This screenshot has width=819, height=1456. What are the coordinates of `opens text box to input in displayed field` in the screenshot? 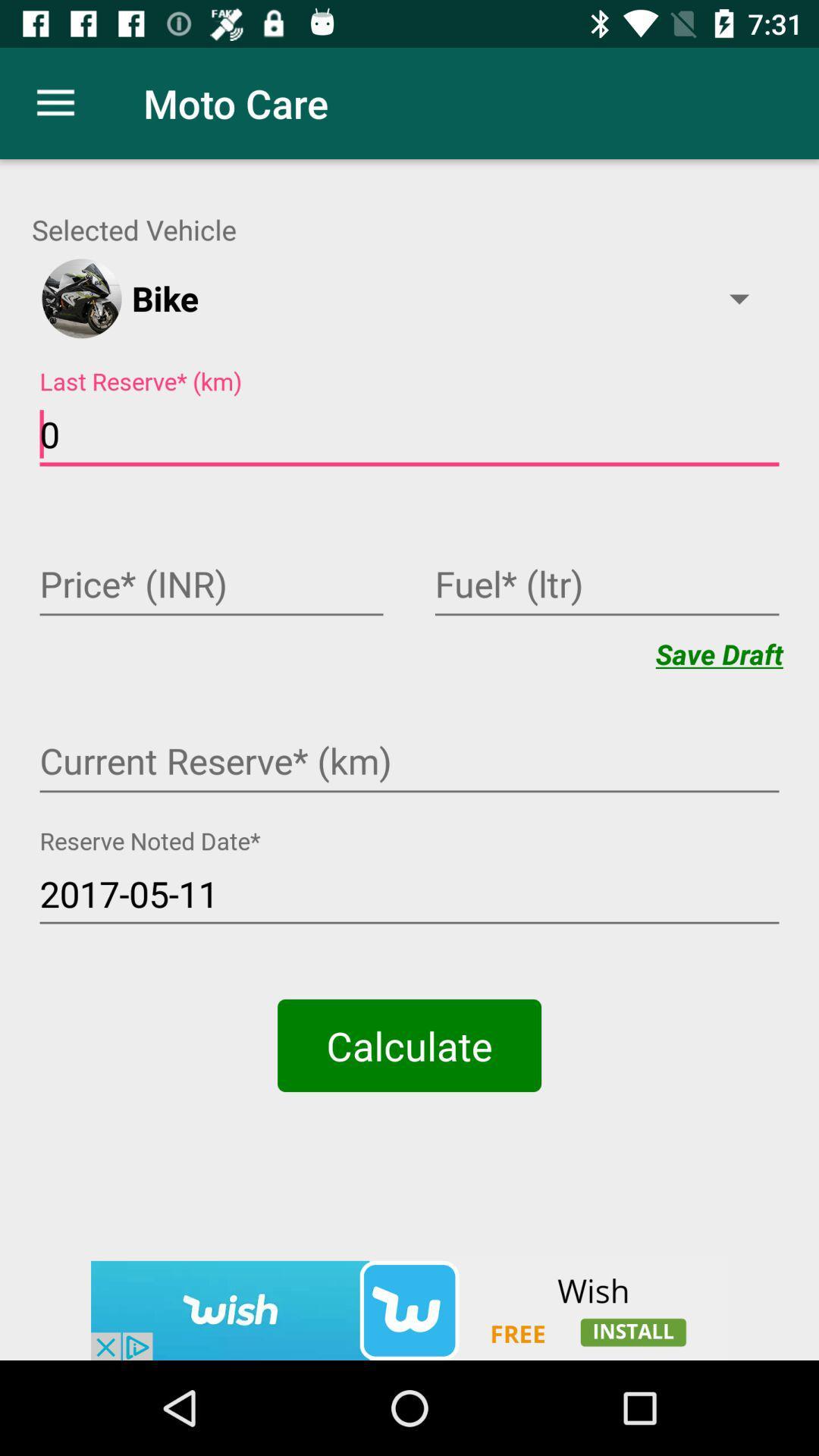 It's located at (211, 585).